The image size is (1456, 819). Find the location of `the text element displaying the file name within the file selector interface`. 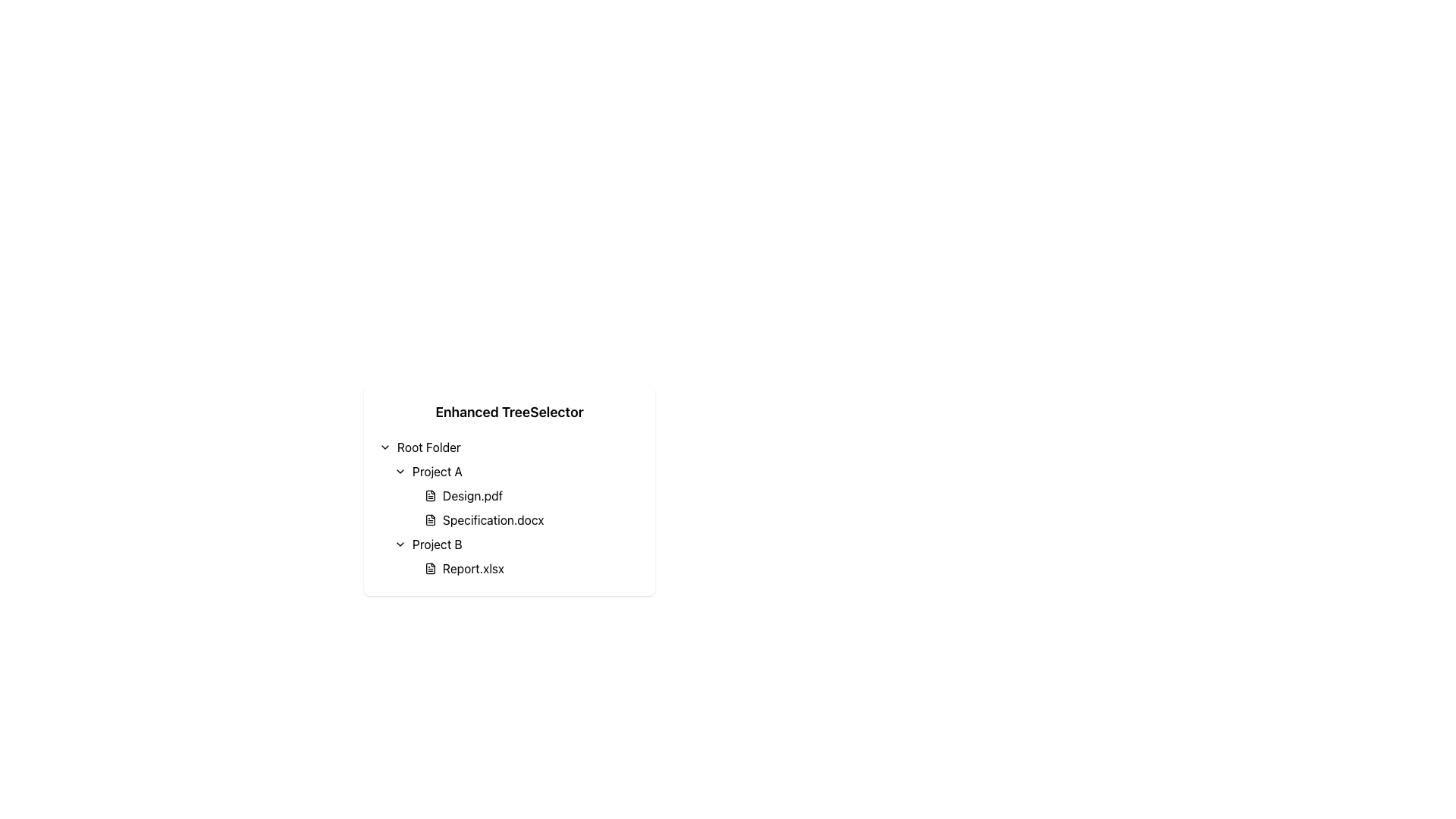

the text element displaying the file name within the file selector interface is located at coordinates (493, 519).